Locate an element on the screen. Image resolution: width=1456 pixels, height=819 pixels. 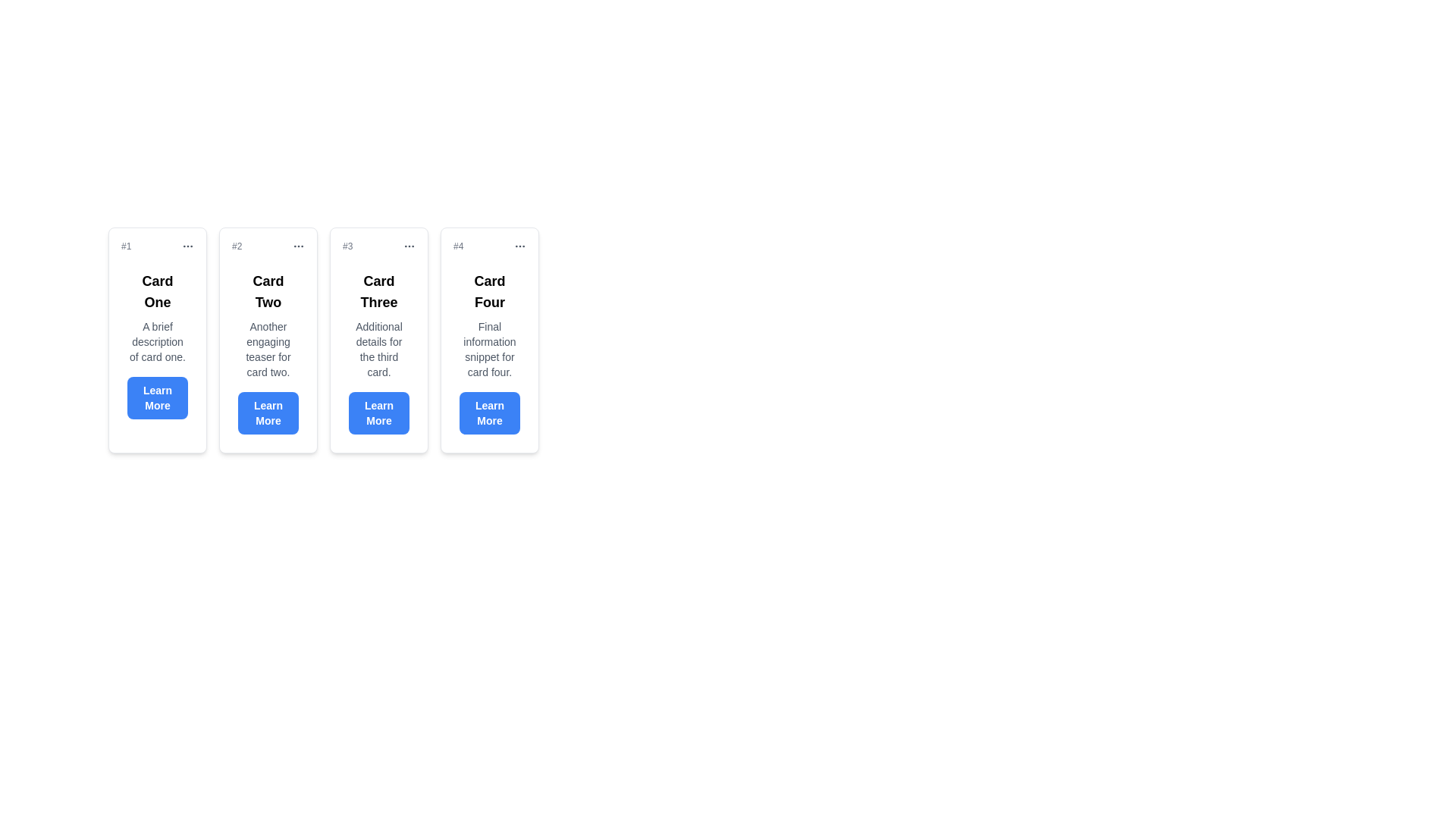
text of the title label in the second card, which identifies the card it belongs to and is positioned near the top of the card is located at coordinates (268, 292).